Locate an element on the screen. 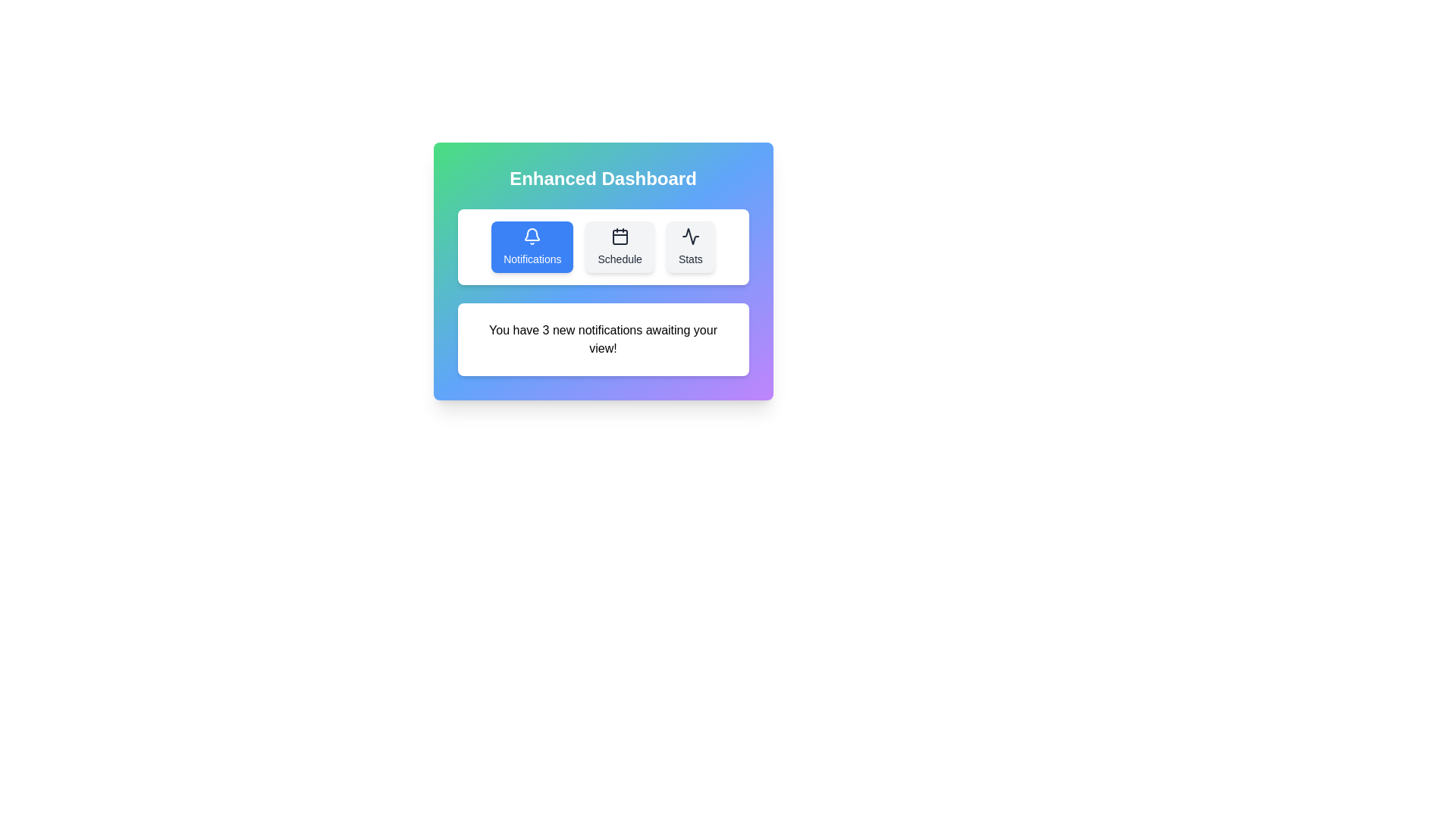 This screenshot has height=819, width=1456. the 'Stats' button, which is a rectangular button with a light gray background and rounded corners is located at coordinates (689, 246).